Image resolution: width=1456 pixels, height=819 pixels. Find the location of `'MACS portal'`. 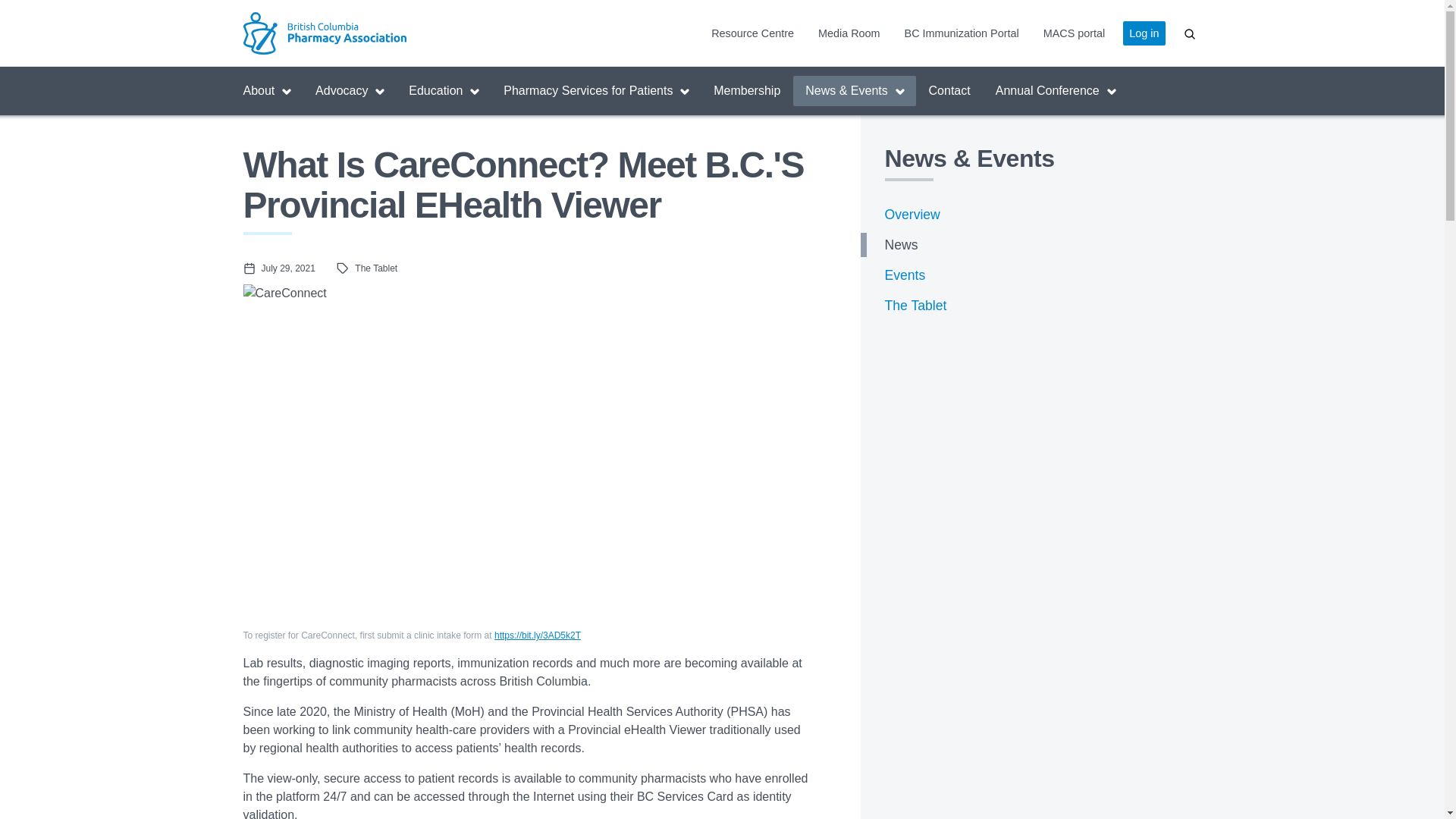

'MACS portal' is located at coordinates (1073, 33).